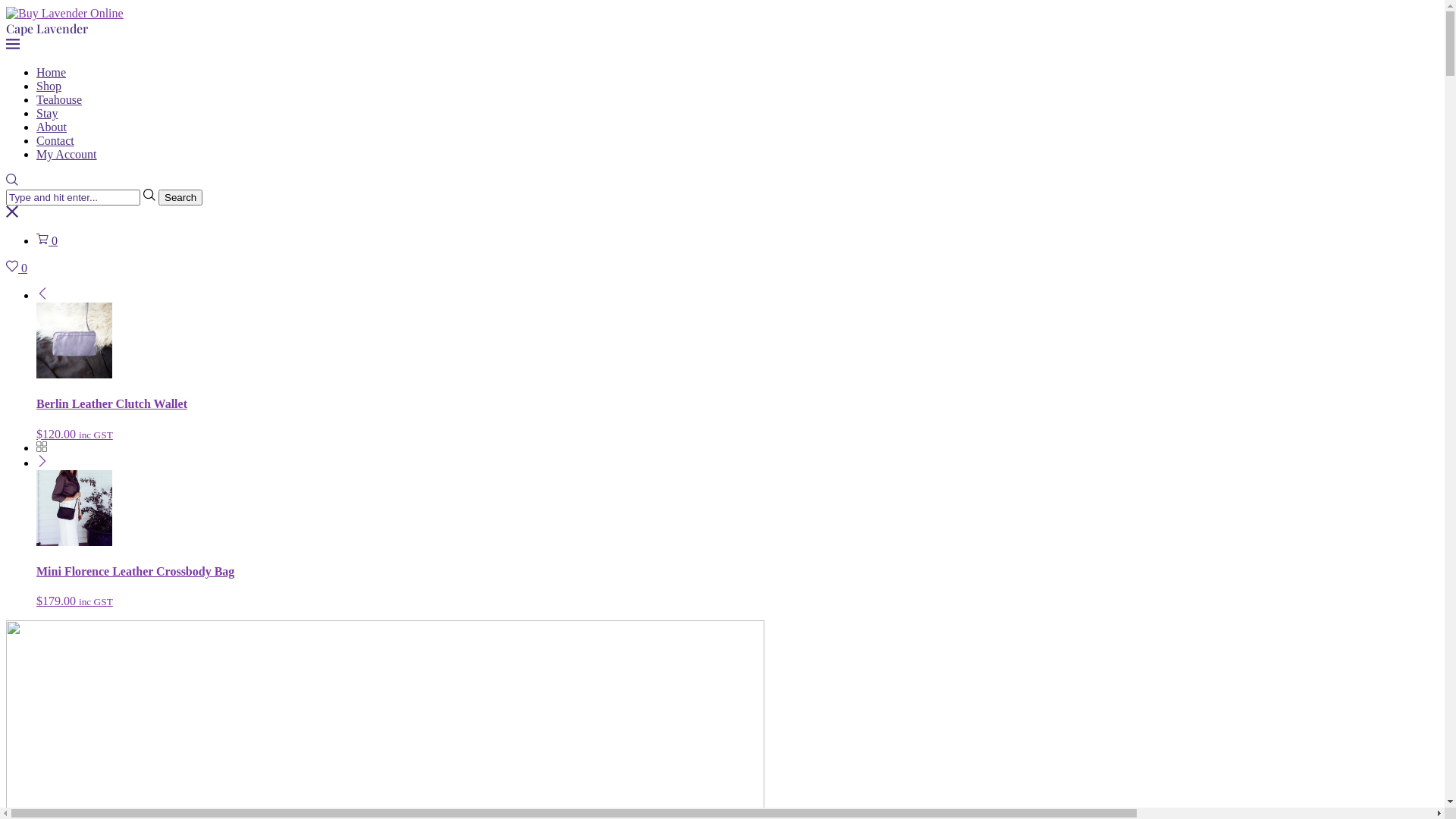 This screenshot has height=819, width=1456. I want to click on '$179.00 inc GST', so click(74, 600).